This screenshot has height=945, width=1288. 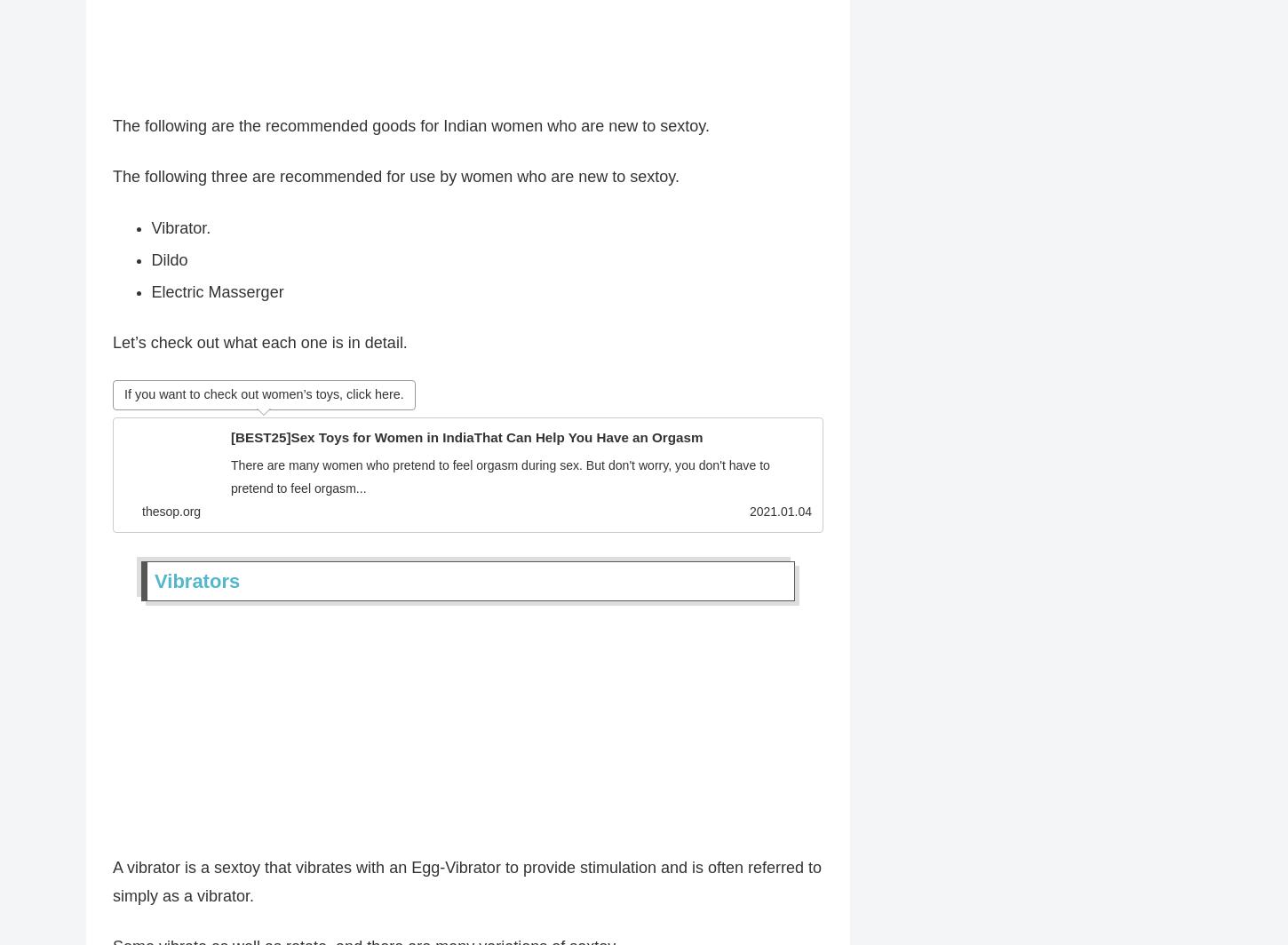 What do you see at coordinates (409, 131) in the screenshot?
I see `'The following are the recommended goods for Indian women who are new to sextoy.'` at bounding box center [409, 131].